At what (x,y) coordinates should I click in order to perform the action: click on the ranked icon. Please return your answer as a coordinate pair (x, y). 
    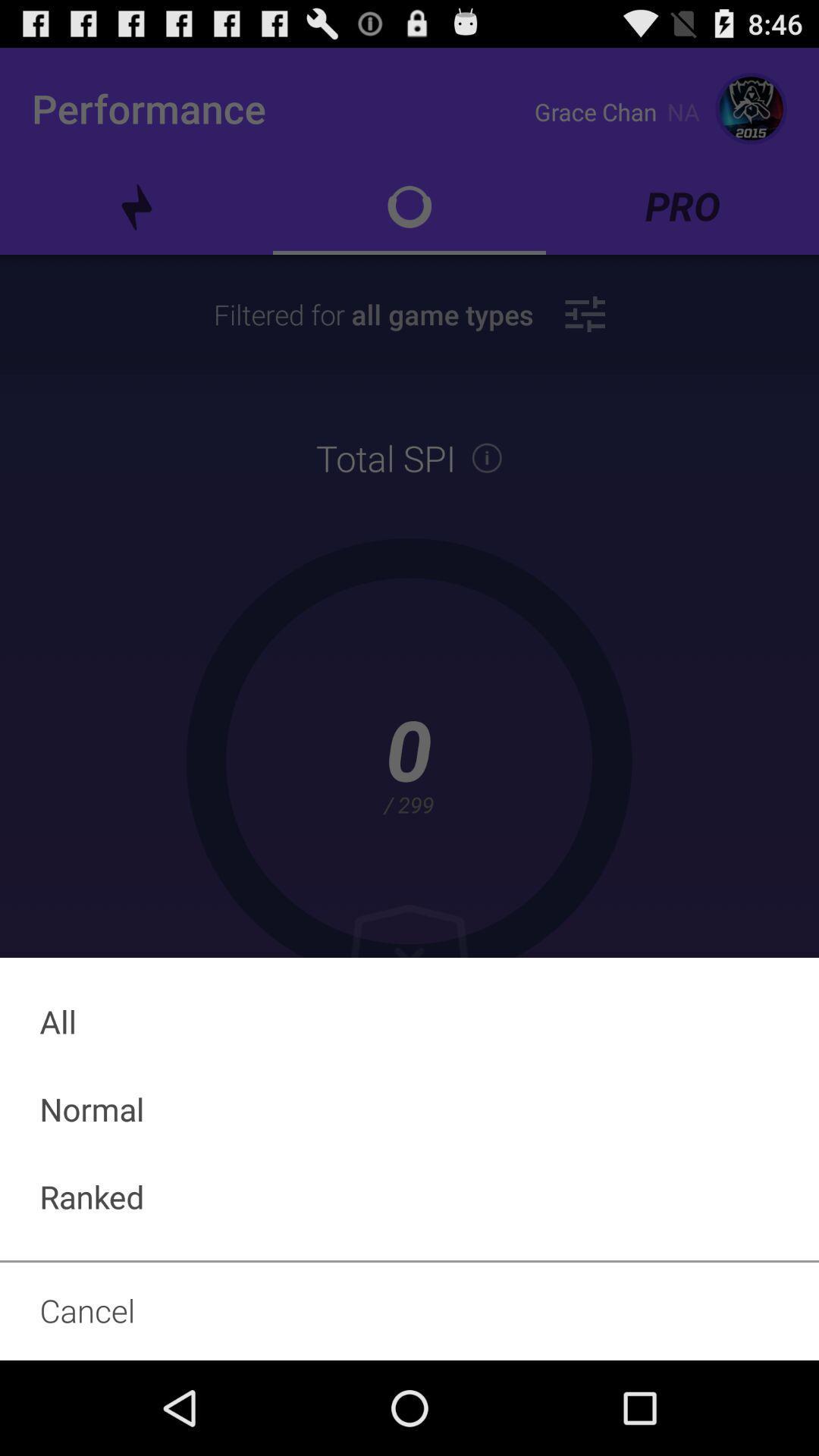
    Looking at the image, I should click on (409, 1196).